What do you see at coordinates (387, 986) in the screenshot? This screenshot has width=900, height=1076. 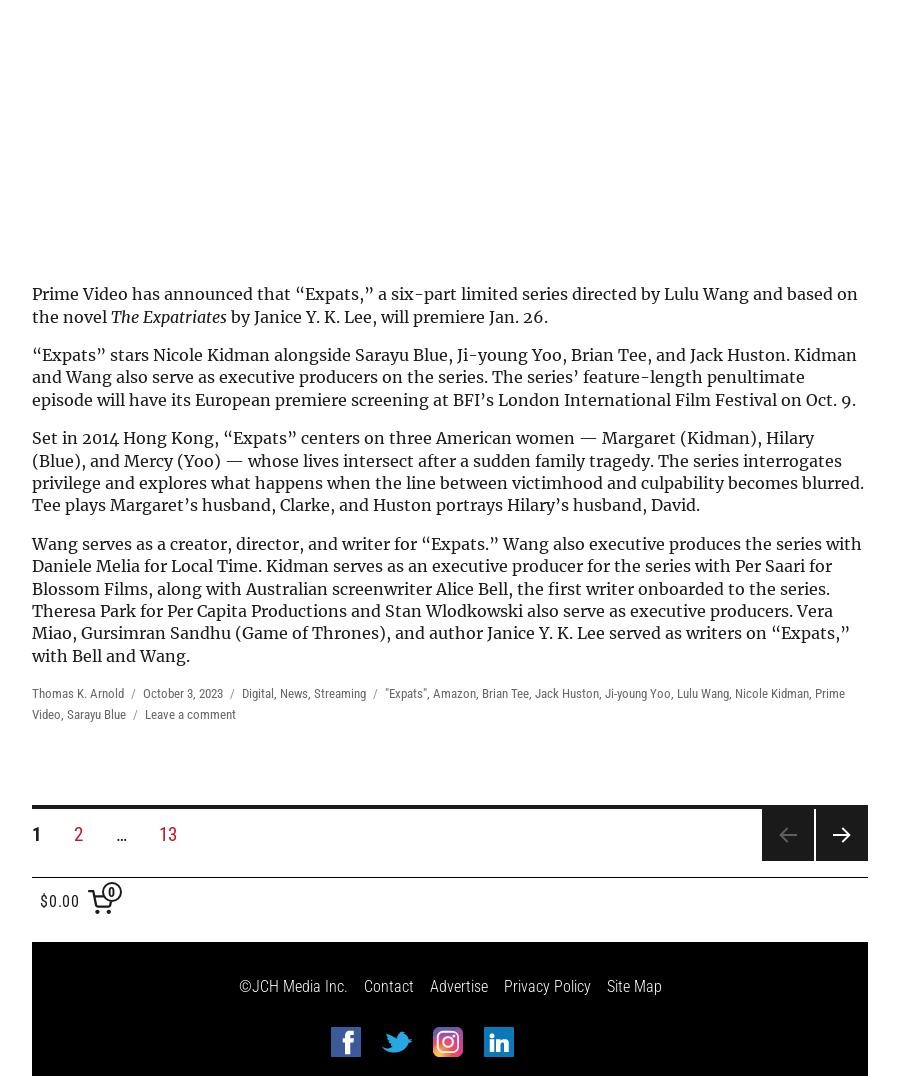 I see `'Contact'` at bounding box center [387, 986].